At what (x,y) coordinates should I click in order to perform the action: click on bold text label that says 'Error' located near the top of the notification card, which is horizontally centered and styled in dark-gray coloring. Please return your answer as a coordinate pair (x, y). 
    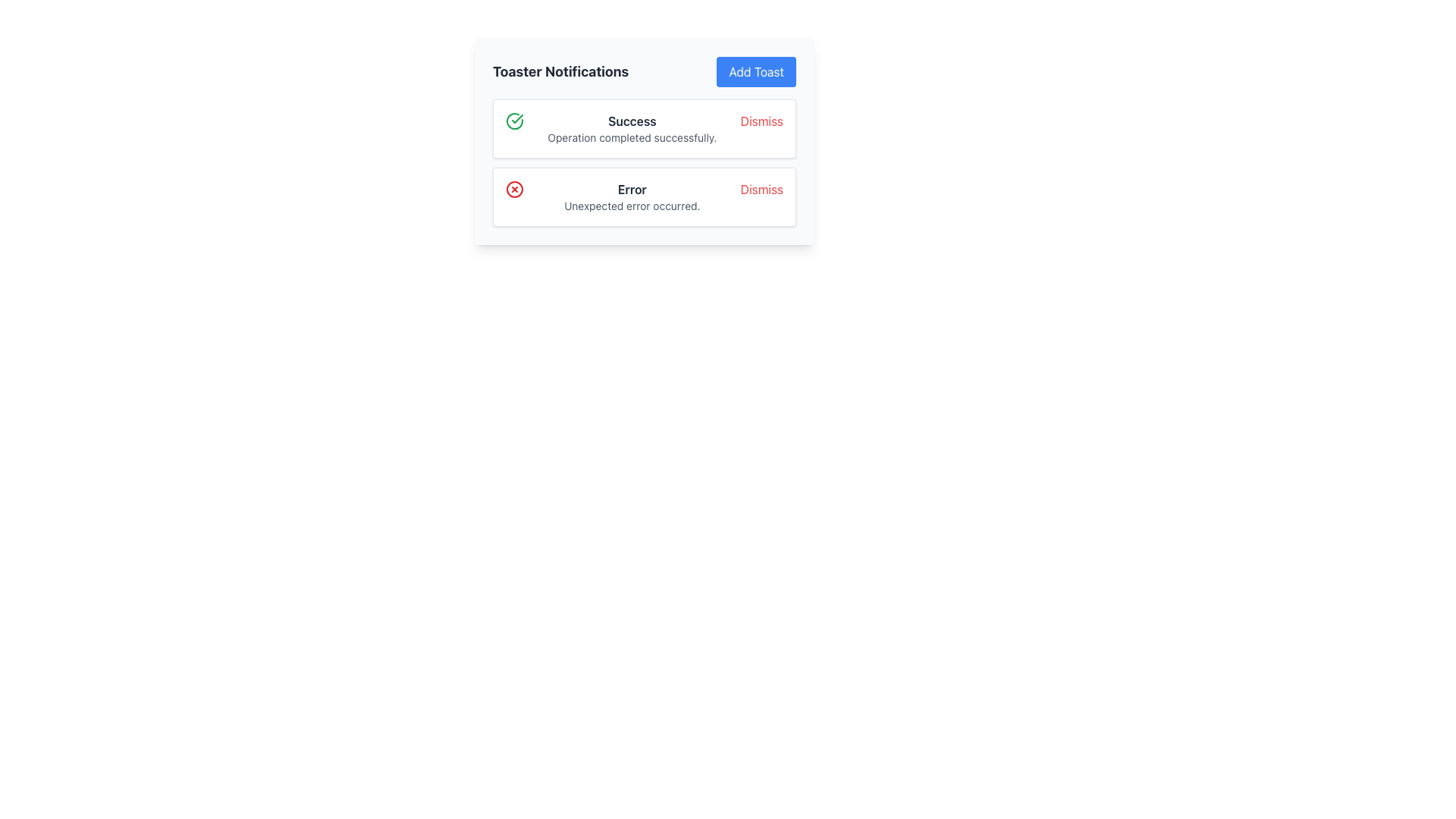
    Looking at the image, I should click on (632, 189).